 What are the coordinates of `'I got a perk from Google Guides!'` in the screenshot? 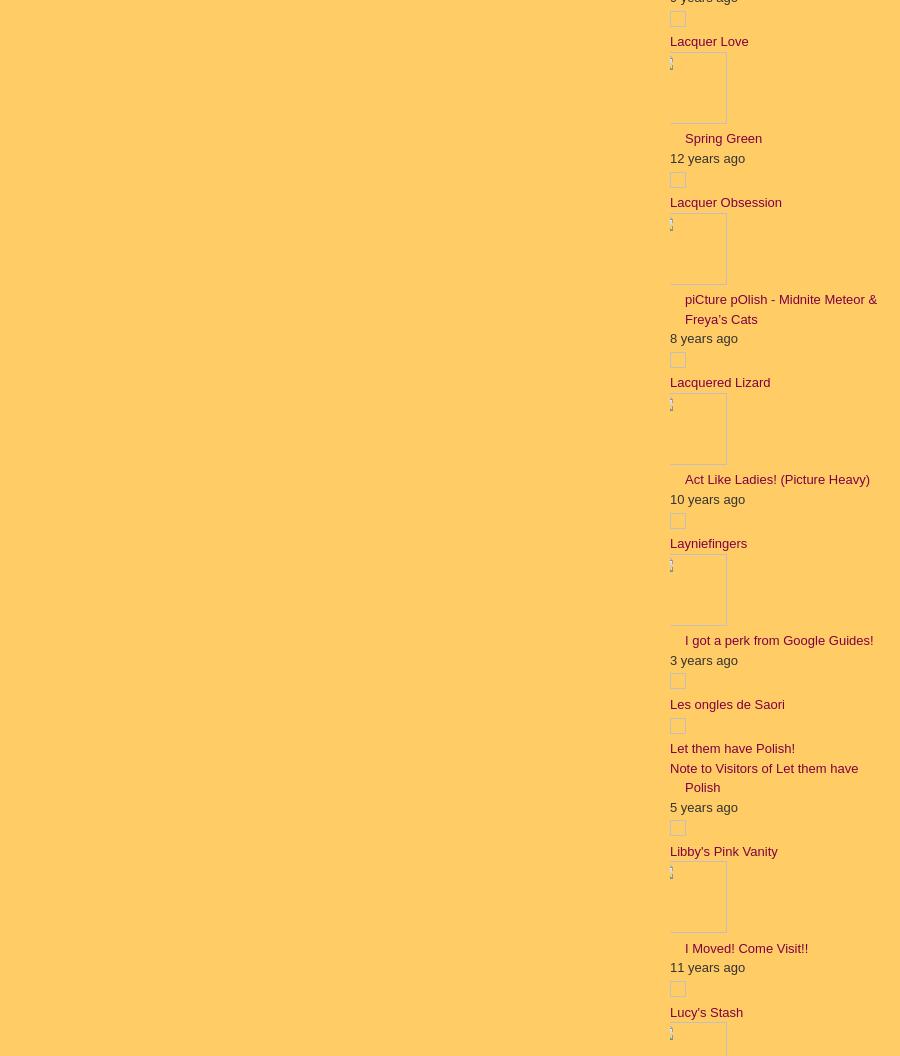 It's located at (778, 639).